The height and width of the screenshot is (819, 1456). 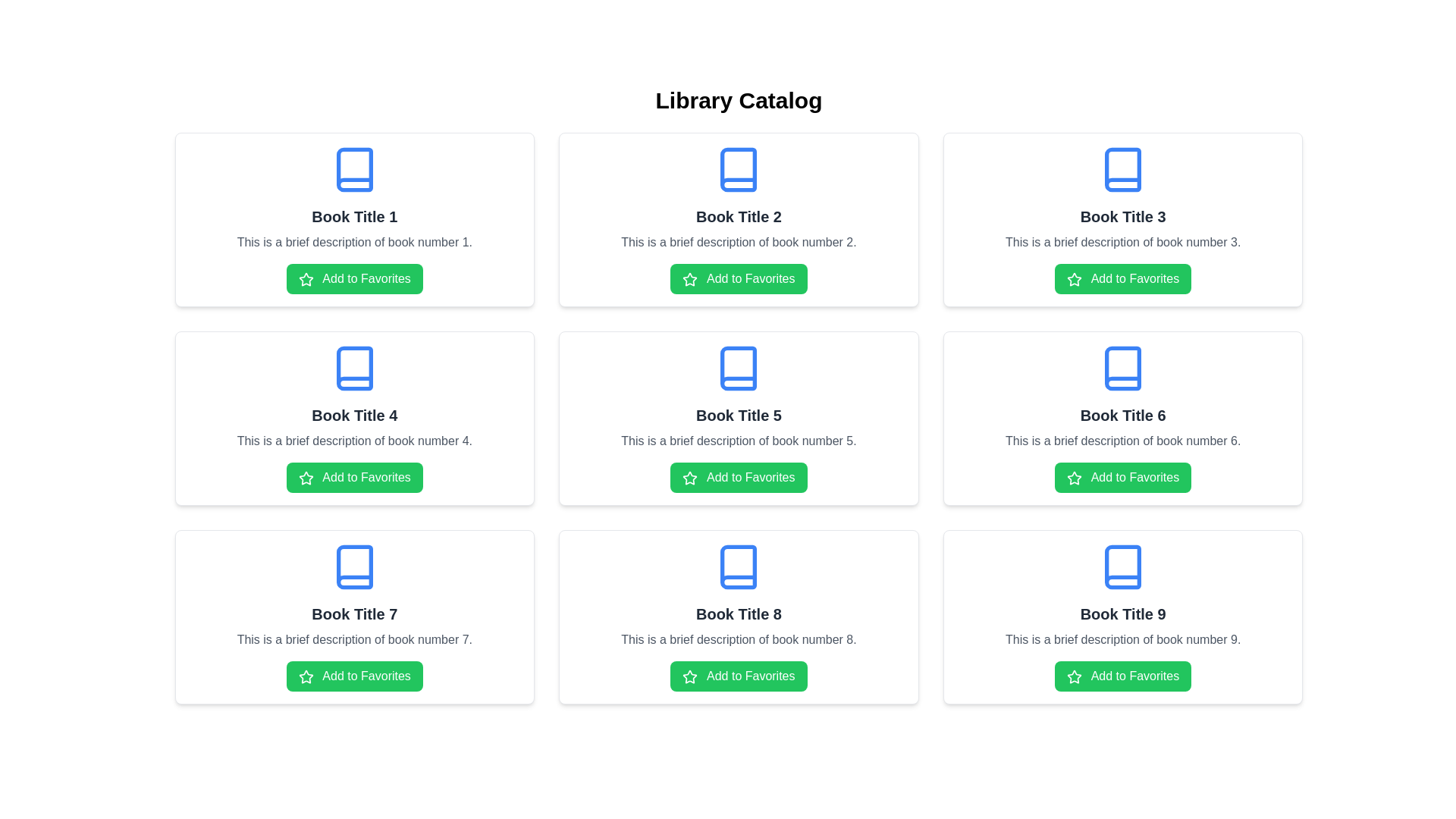 What do you see at coordinates (1123, 242) in the screenshot?
I see `the description text of 'Book Title 3', which is the second text element in the card located in the top row of the grid` at bounding box center [1123, 242].